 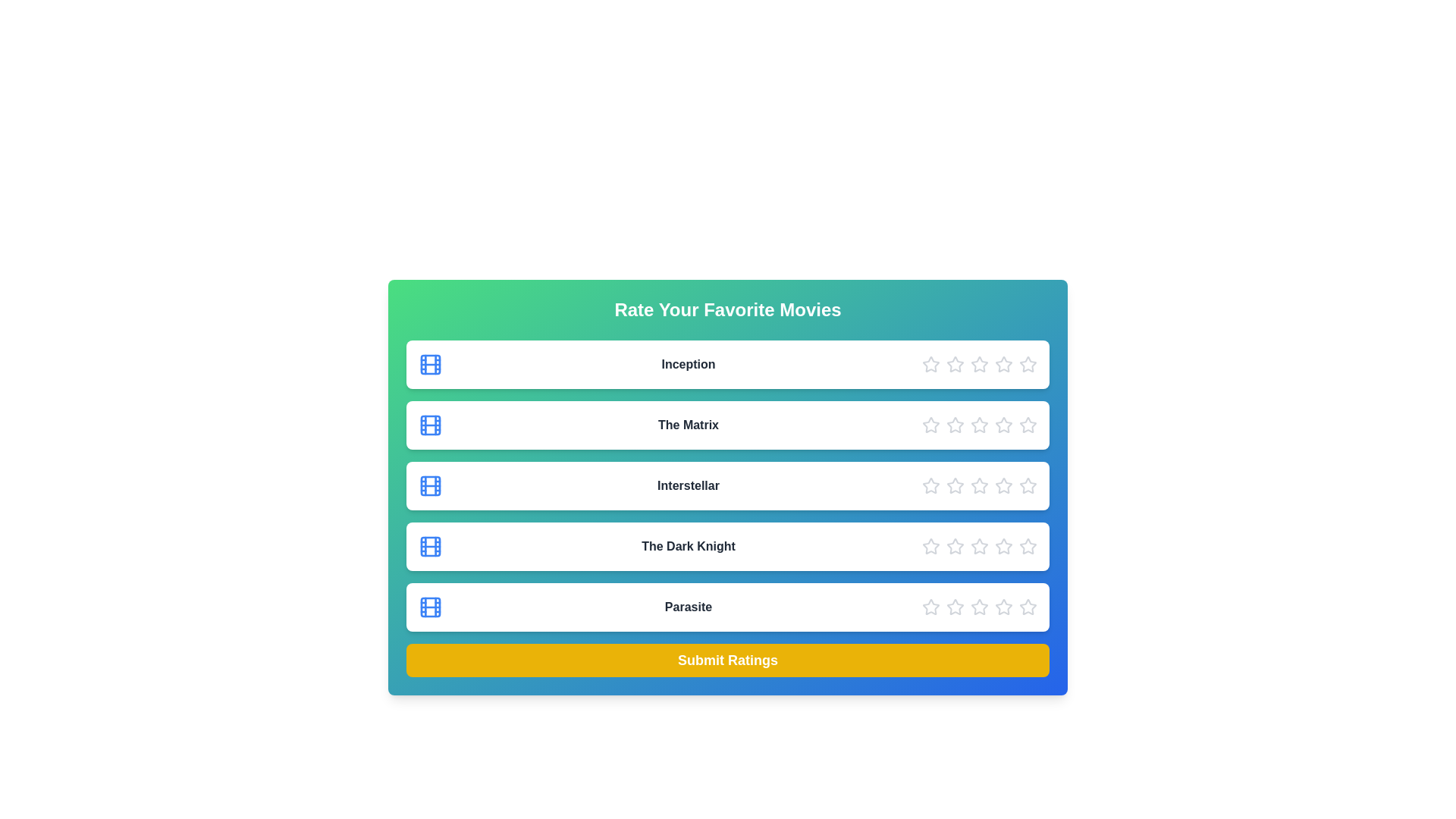 What do you see at coordinates (1004, 365) in the screenshot?
I see `the star corresponding to 4 to preview the rating` at bounding box center [1004, 365].